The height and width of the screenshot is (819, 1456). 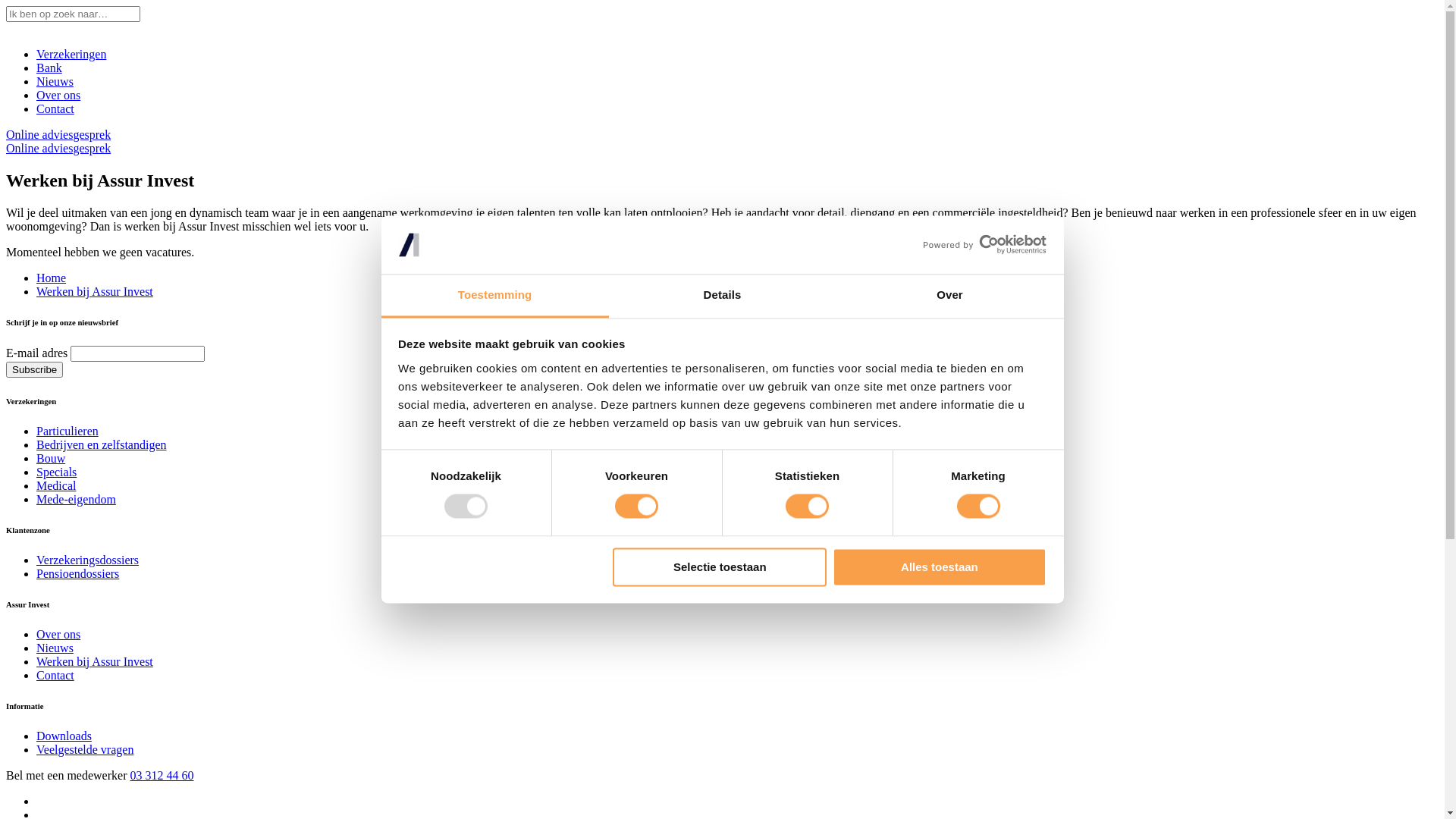 I want to click on 'Veelgestelde vragen', so click(x=83, y=748).